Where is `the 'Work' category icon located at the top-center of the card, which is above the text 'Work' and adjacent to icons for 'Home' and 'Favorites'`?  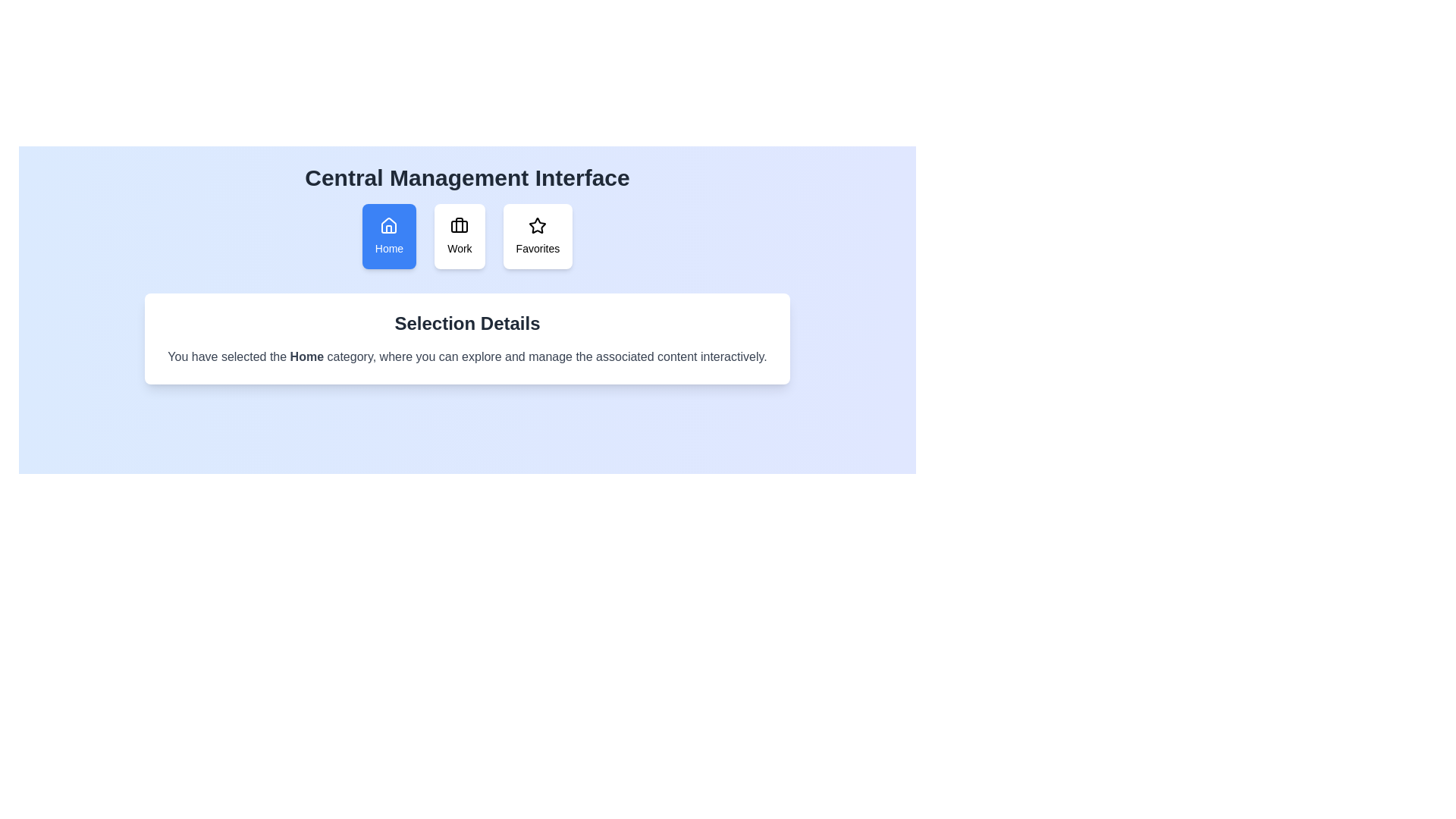
the 'Work' category icon located at the top-center of the card, which is above the text 'Work' and adjacent to icons for 'Home' and 'Favorites' is located at coordinates (459, 225).